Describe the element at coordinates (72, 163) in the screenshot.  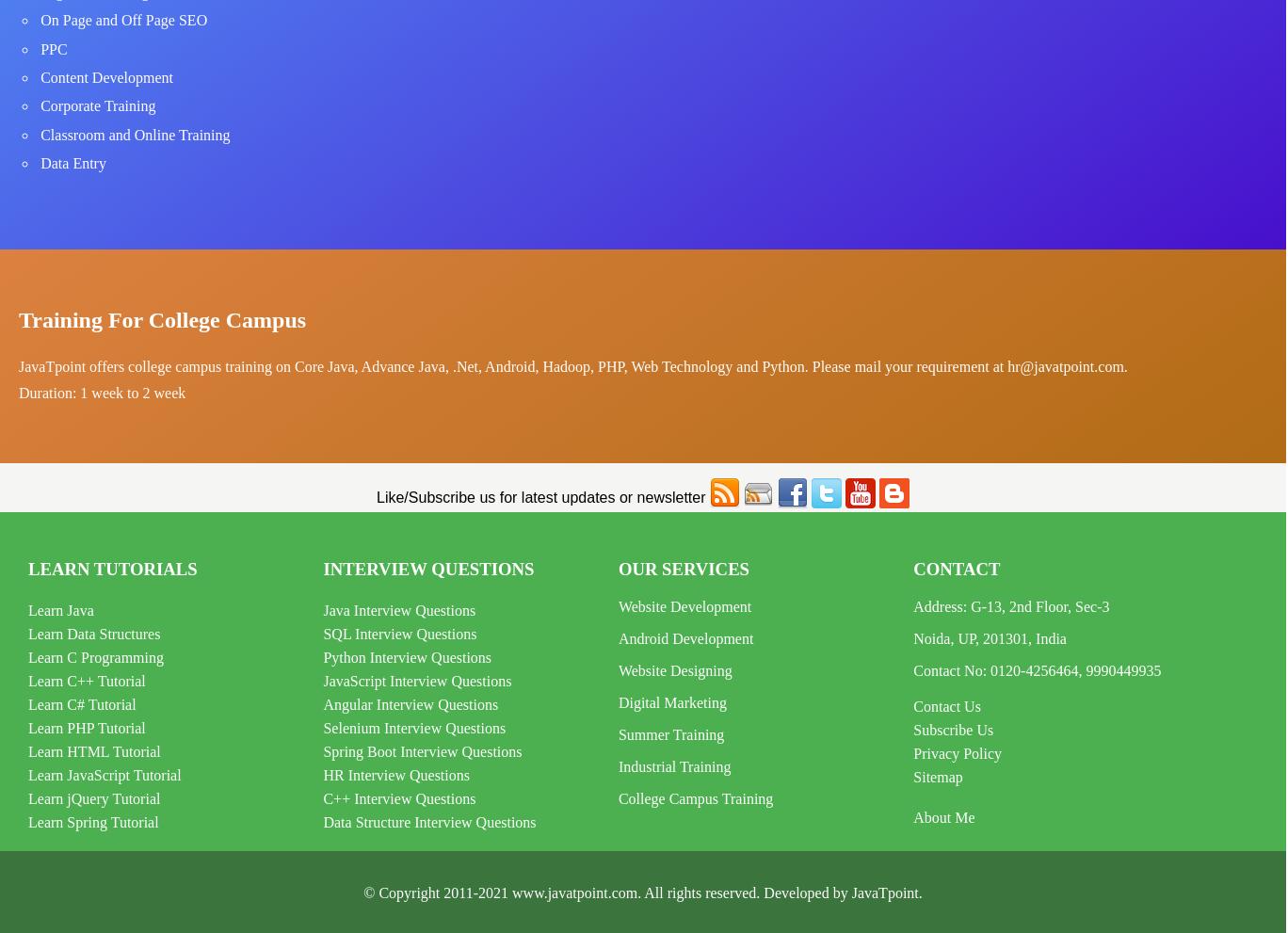
I see `'Data Entry'` at that location.